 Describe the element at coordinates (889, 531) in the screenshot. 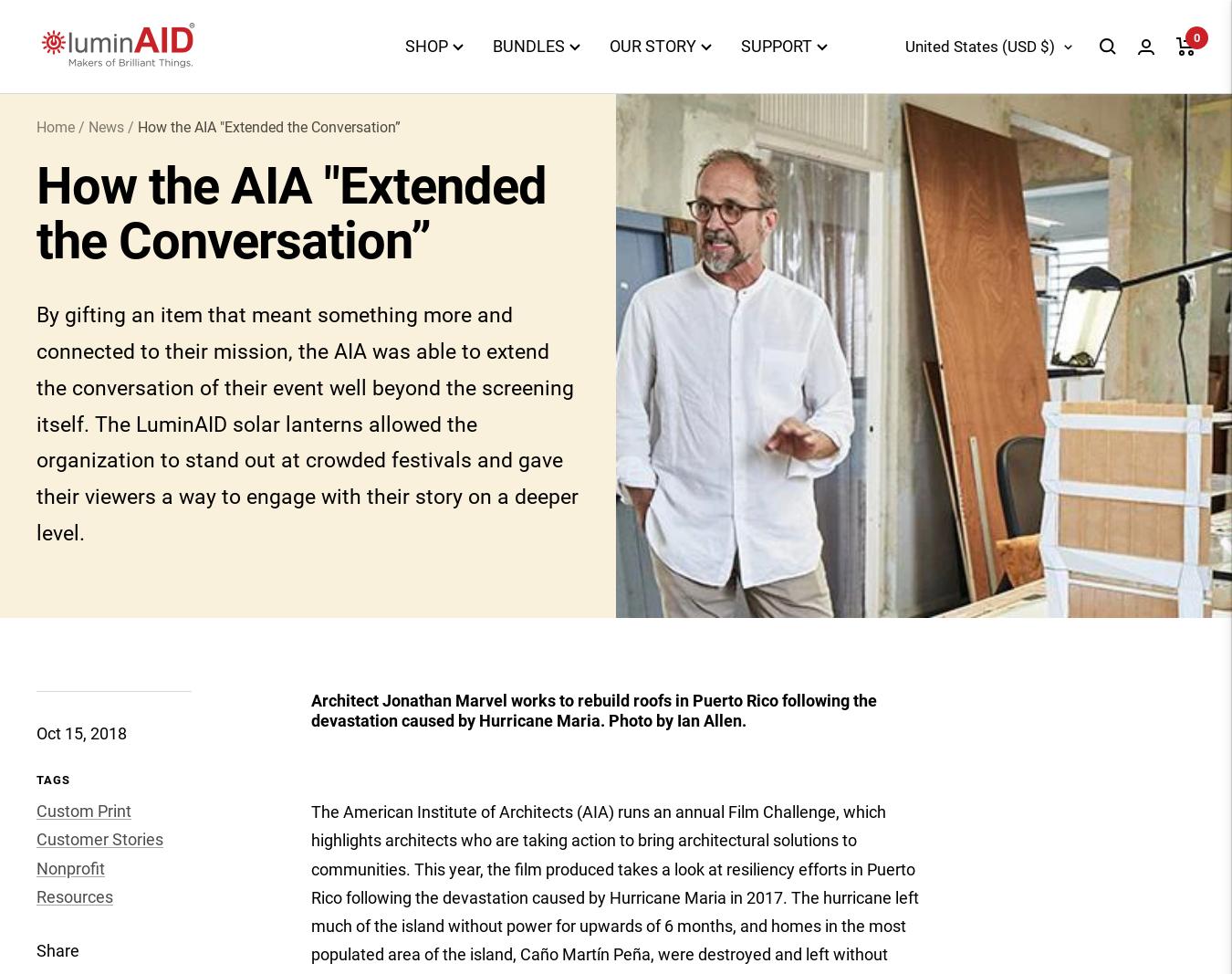

I see `'Croatia (USD $)'` at that location.